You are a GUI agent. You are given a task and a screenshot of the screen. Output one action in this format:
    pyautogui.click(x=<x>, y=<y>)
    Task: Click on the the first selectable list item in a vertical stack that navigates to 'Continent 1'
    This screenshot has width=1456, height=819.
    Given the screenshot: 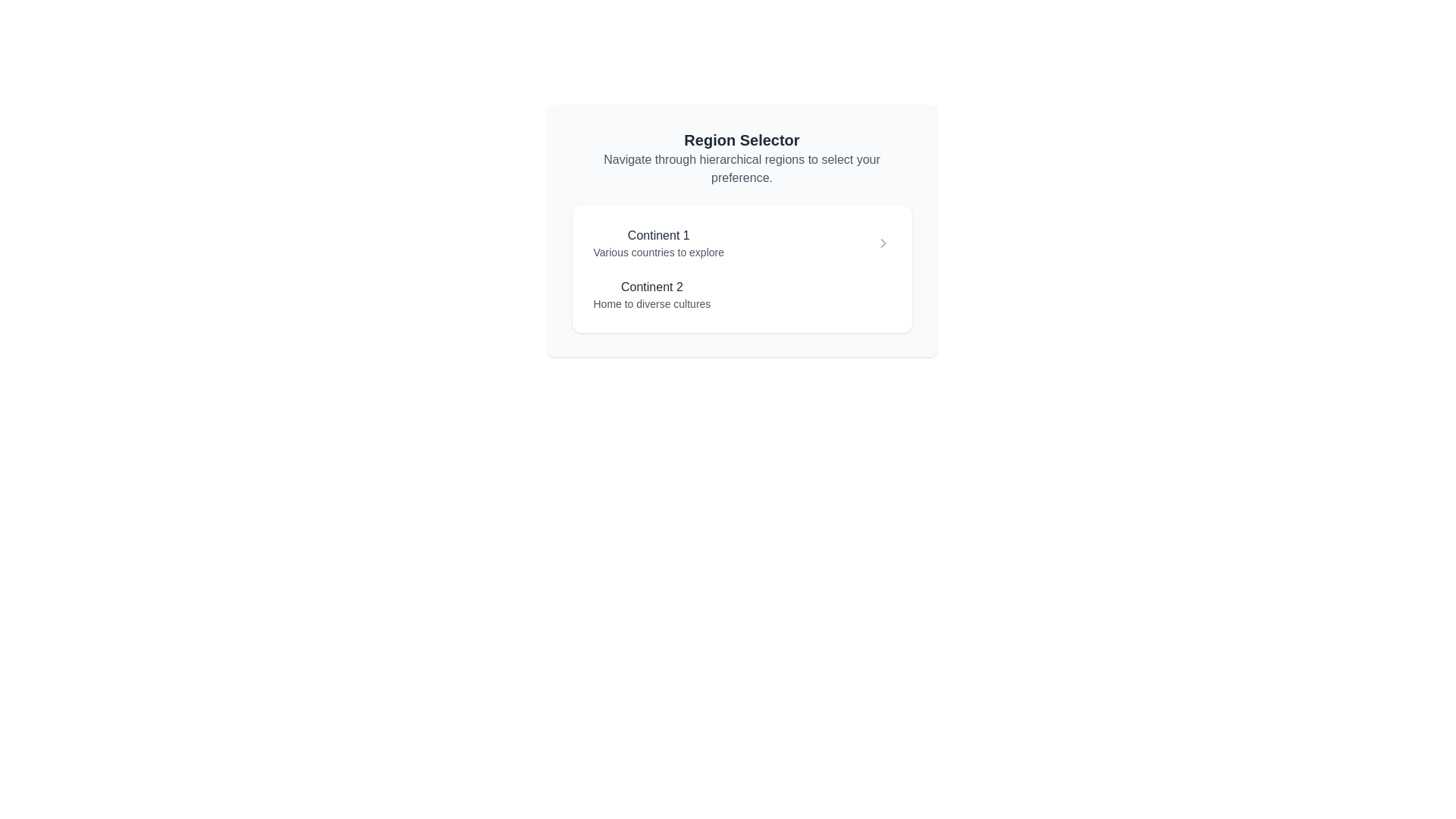 What is the action you would take?
    pyautogui.click(x=742, y=242)
    